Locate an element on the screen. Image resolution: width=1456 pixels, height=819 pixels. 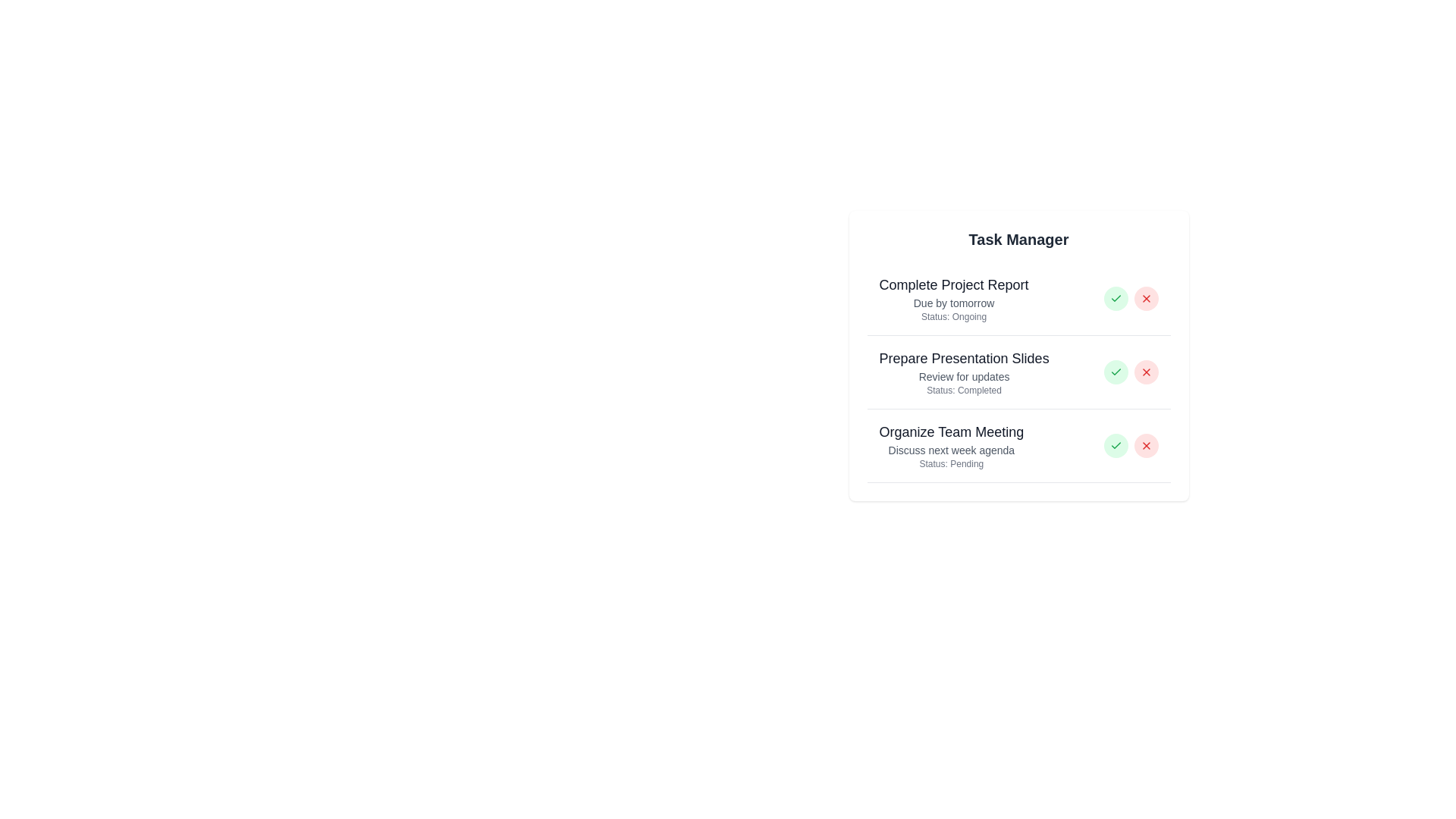
the text label indicating the ongoing status of the 'Complete Project Report' task, located beneath the 'Due by tomorrow' subtitle is located at coordinates (952, 315).